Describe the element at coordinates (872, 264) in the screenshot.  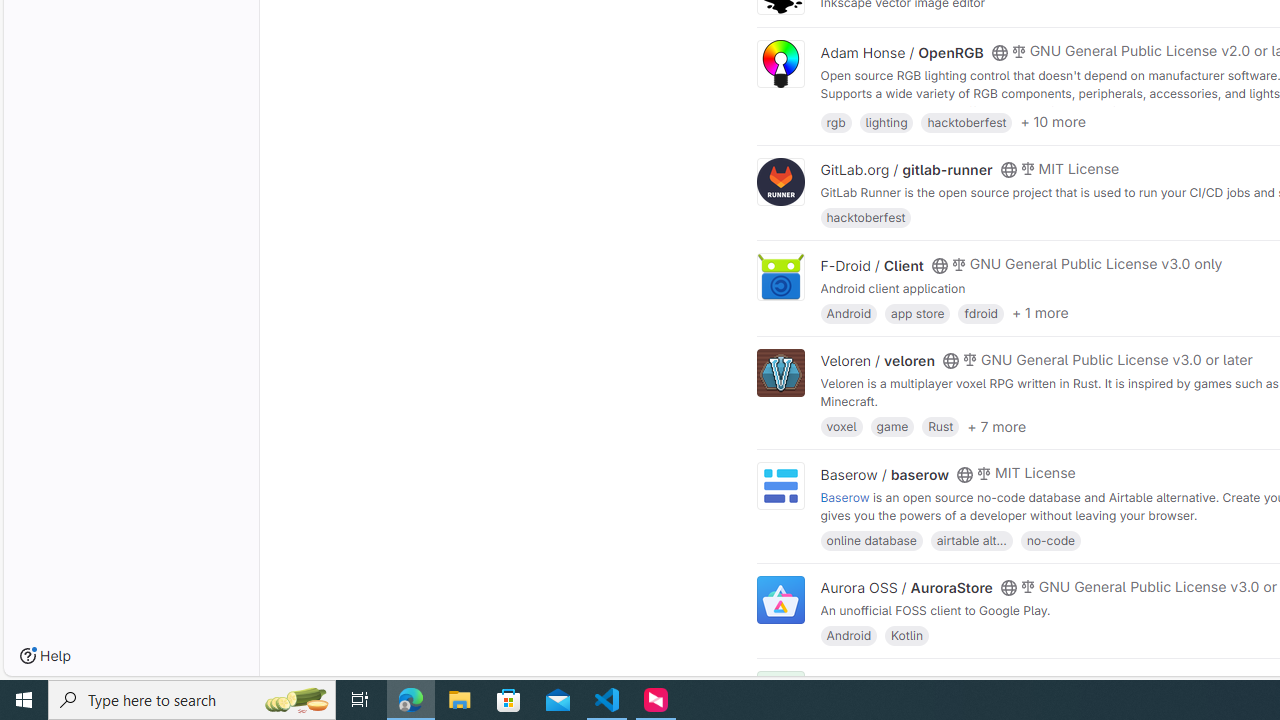
I see `'F-Droid / Client'` at that location.